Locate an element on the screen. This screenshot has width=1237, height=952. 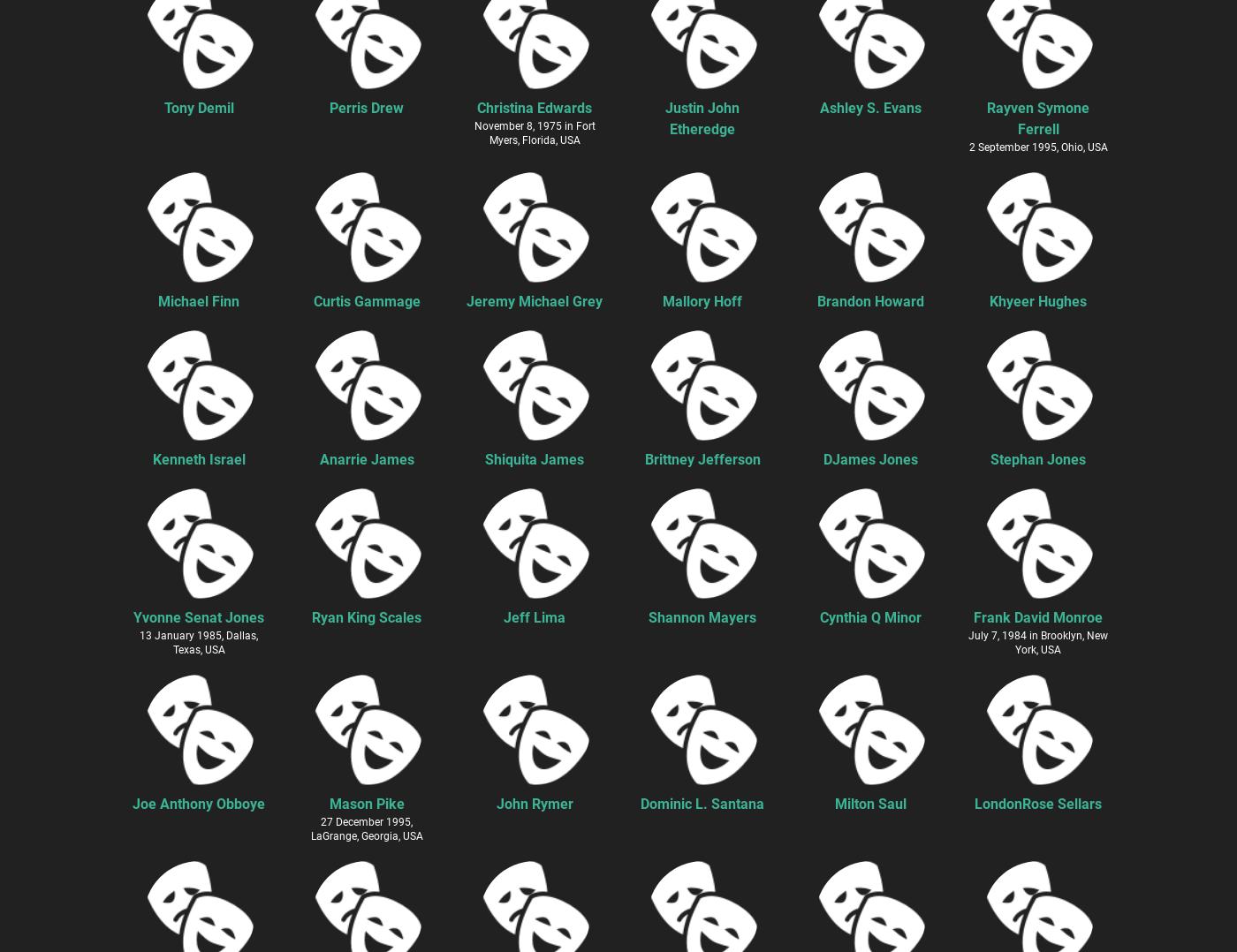
'Milton Saul' is located at coordinates (869, 803).